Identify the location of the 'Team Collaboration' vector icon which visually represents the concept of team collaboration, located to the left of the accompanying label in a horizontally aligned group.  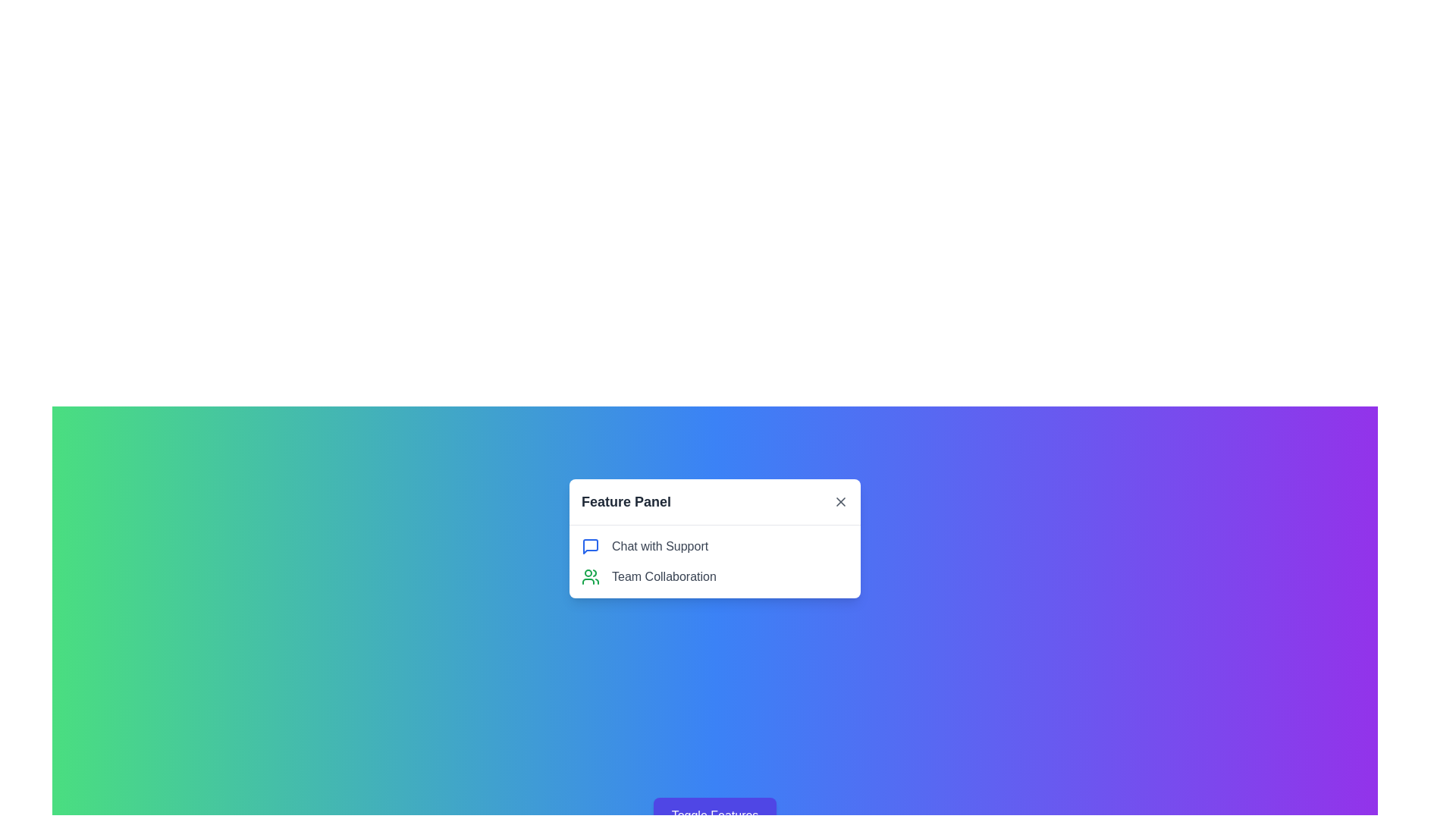
(589, 576).